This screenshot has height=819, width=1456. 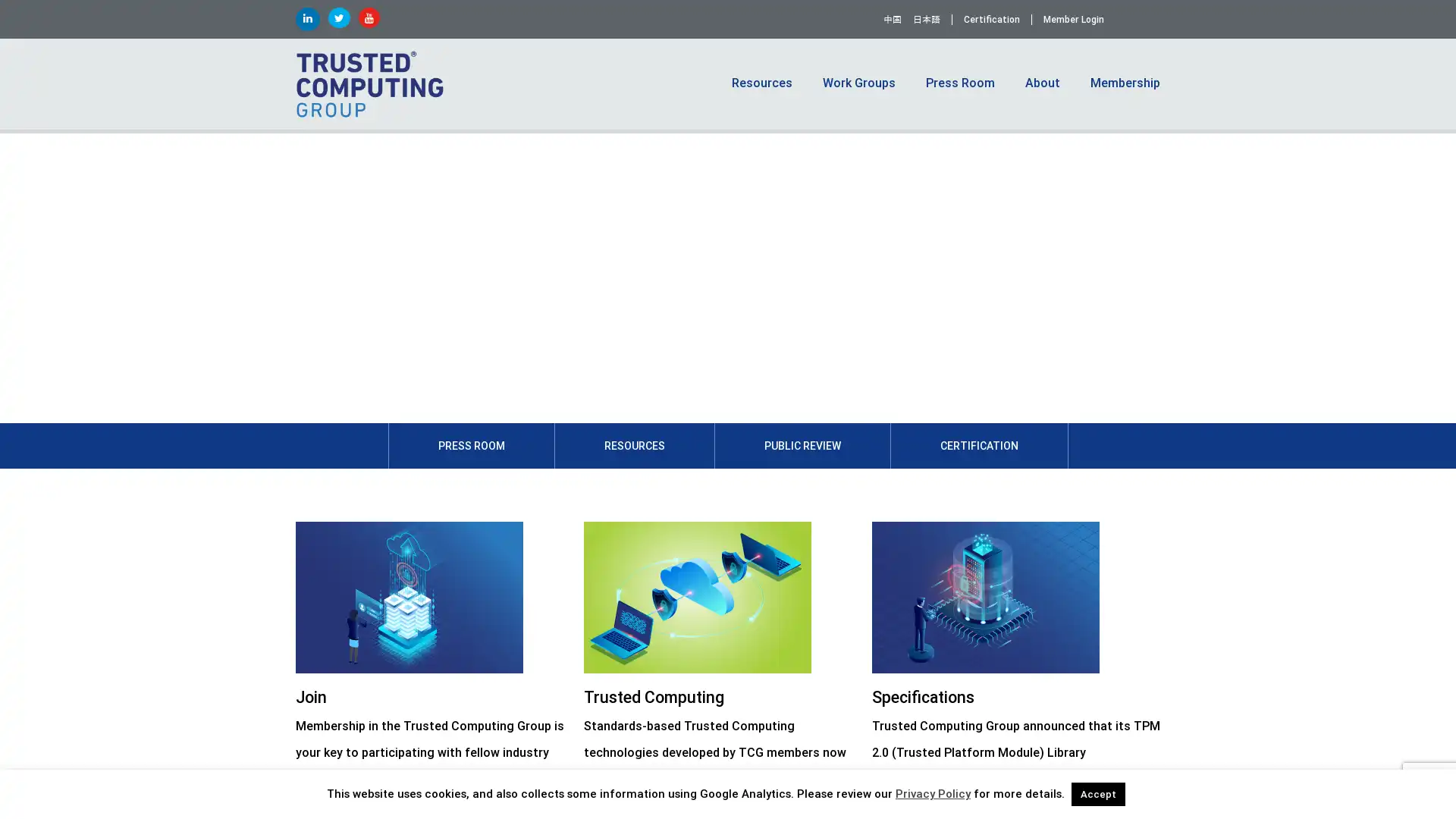 What do you see at coordinates (1098, 793) in the screenshot?
I see `Accept` at bounding box center [1098, 793].